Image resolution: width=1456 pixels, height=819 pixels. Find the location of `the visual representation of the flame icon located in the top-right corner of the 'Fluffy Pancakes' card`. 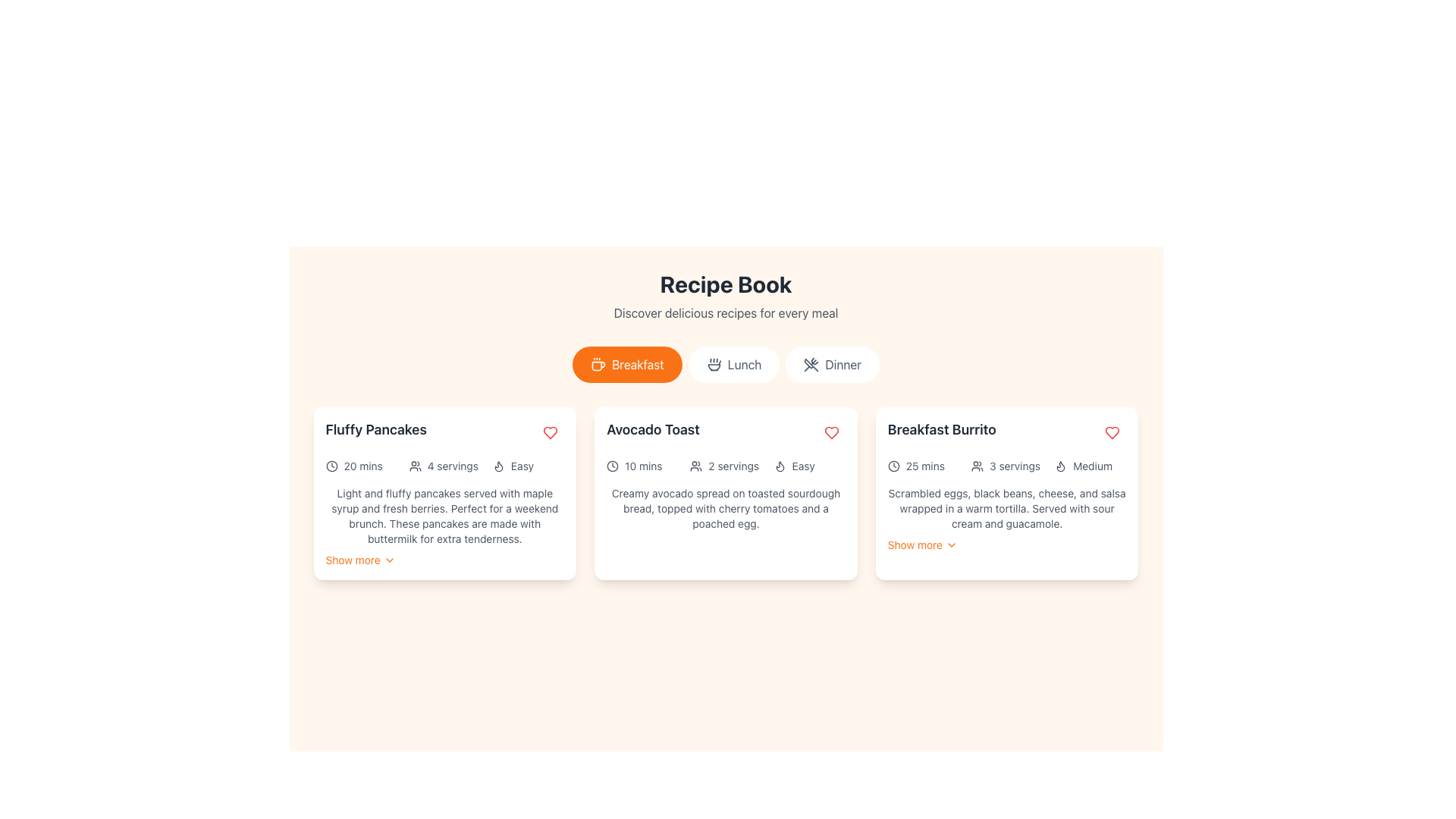

the visual representation of the flame icon located in the top-right corner of the 'Fluffy Pancakes' card is located at coordinates (498, 466).